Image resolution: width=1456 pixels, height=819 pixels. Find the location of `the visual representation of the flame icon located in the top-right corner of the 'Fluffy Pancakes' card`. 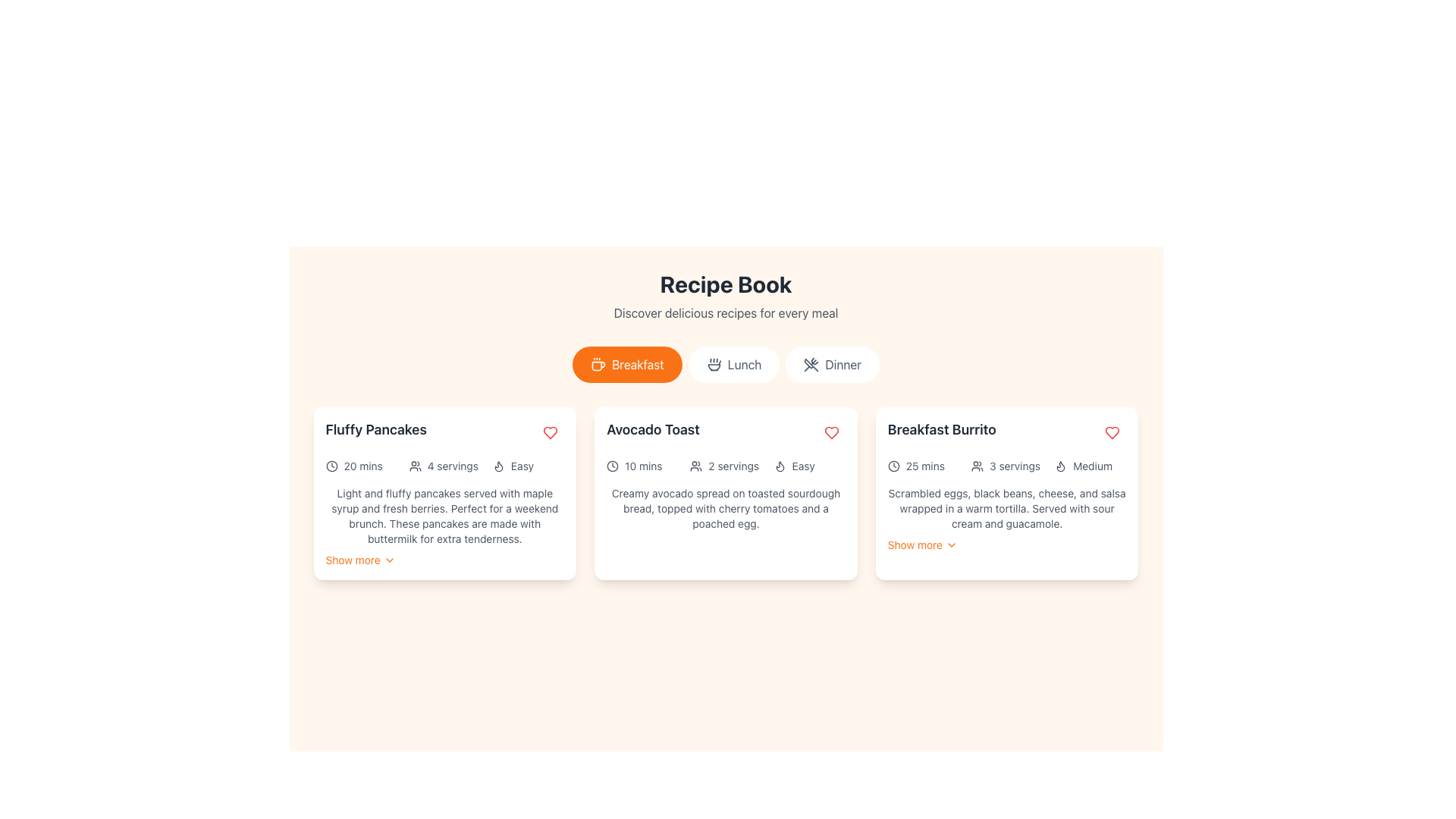

the visual representation of the flame icon located in the top-right corner of the 'Fluffy Pancakes' card is located at coordinates (498, 466).